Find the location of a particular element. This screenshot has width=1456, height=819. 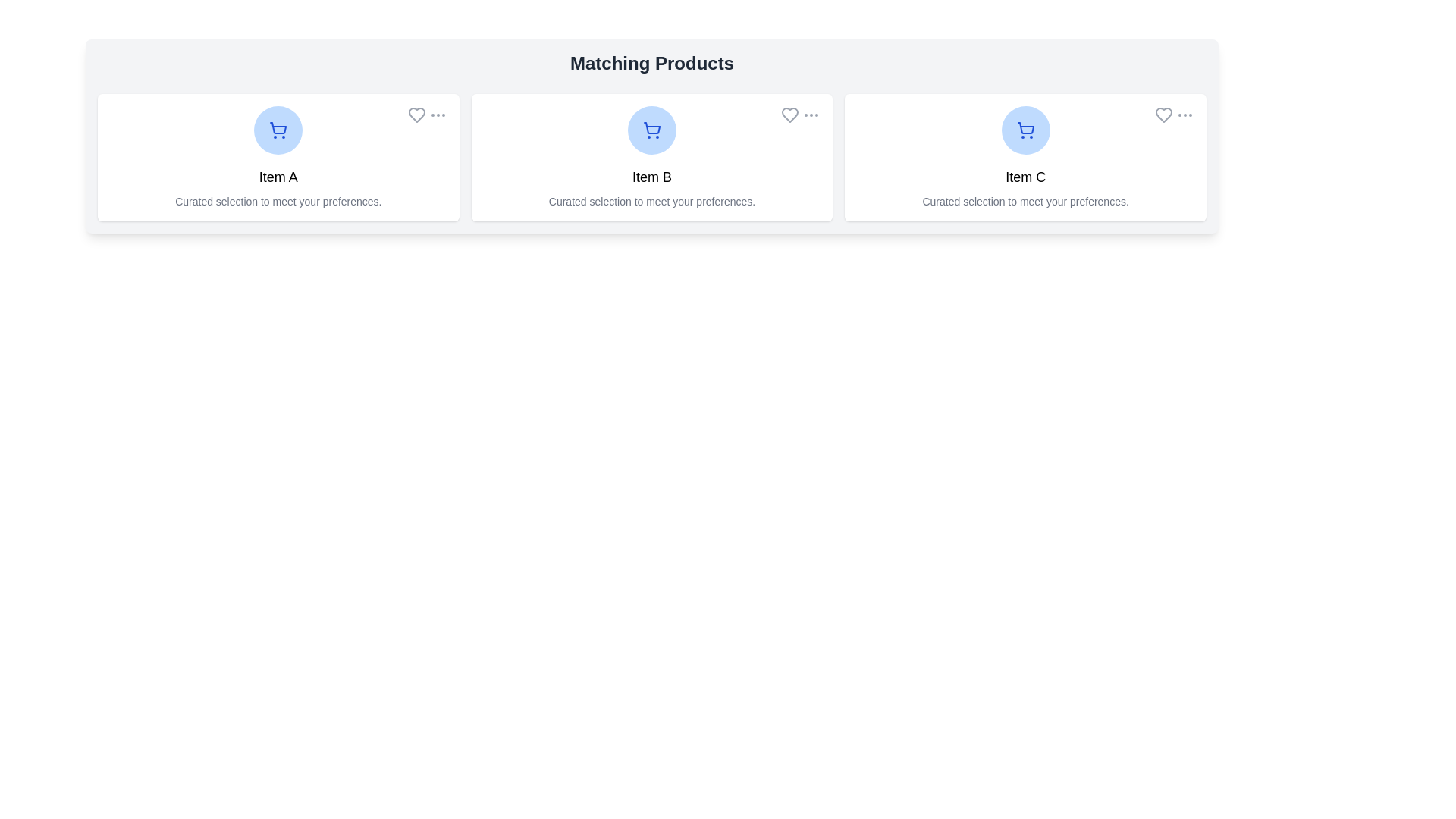

the heart button to favorite the product Item A is located at coordinates (416, 114).